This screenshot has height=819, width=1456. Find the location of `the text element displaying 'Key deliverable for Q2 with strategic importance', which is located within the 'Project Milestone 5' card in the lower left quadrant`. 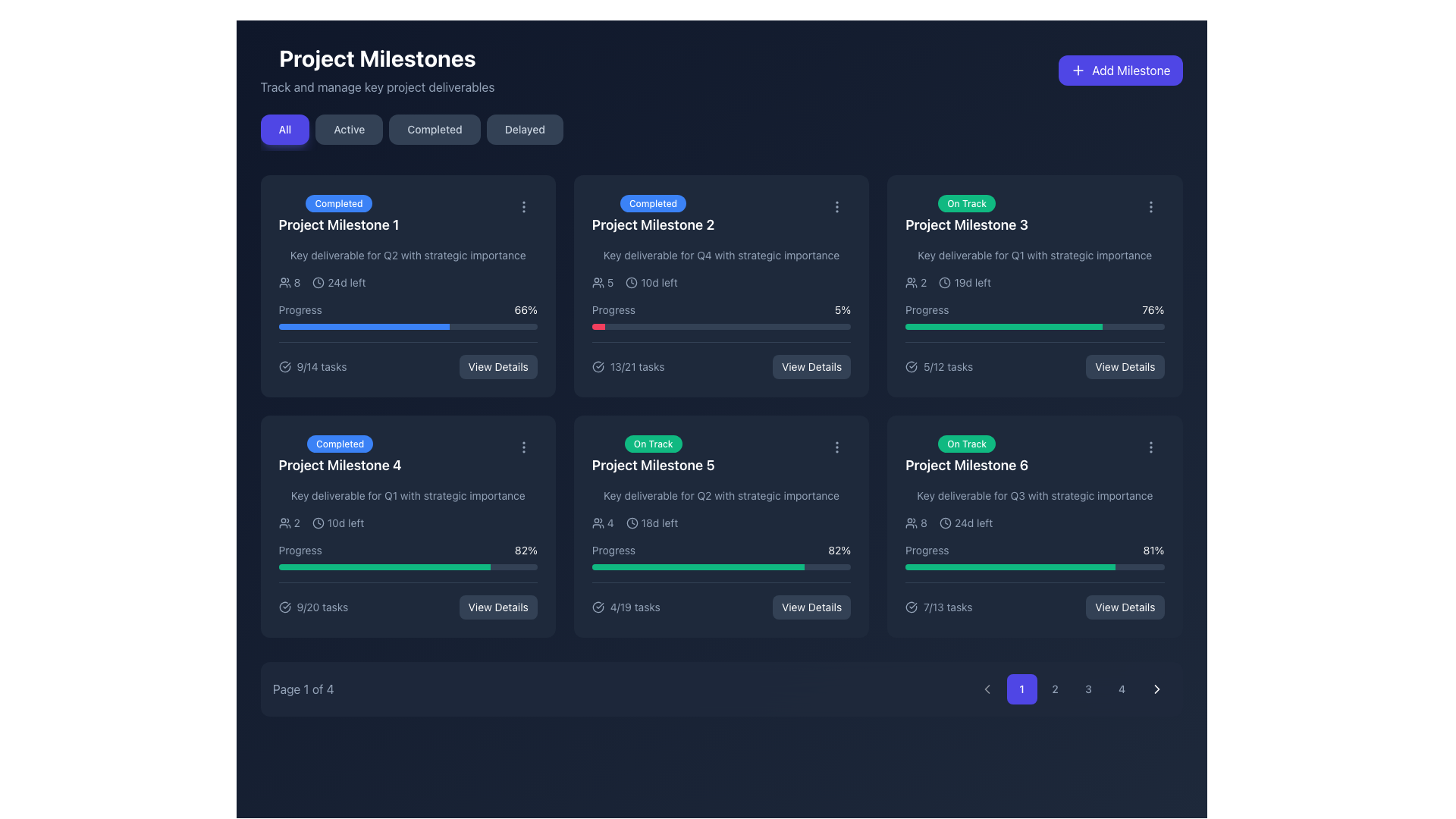

the text element displaying 'Key deliverable for Q2 with strategic importance', which is located within the 'Project Milestone 5' card in the lower left quadrant is located at coordinates (720, 496).